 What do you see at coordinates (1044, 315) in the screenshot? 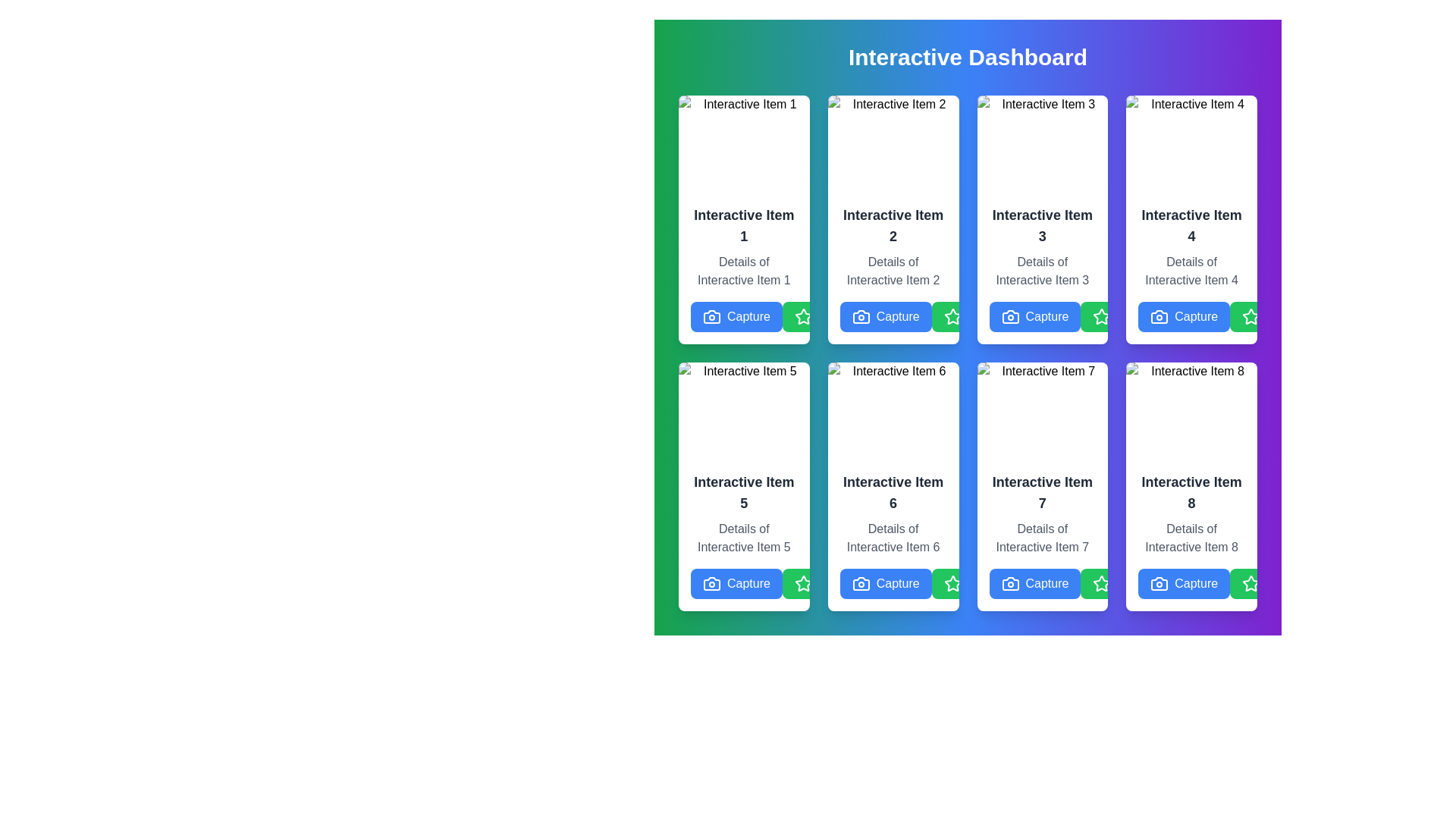
I see `the heart-shaped icon in the third card labeled 'Interactive Item 3'` at bounding box center [1044, 315].